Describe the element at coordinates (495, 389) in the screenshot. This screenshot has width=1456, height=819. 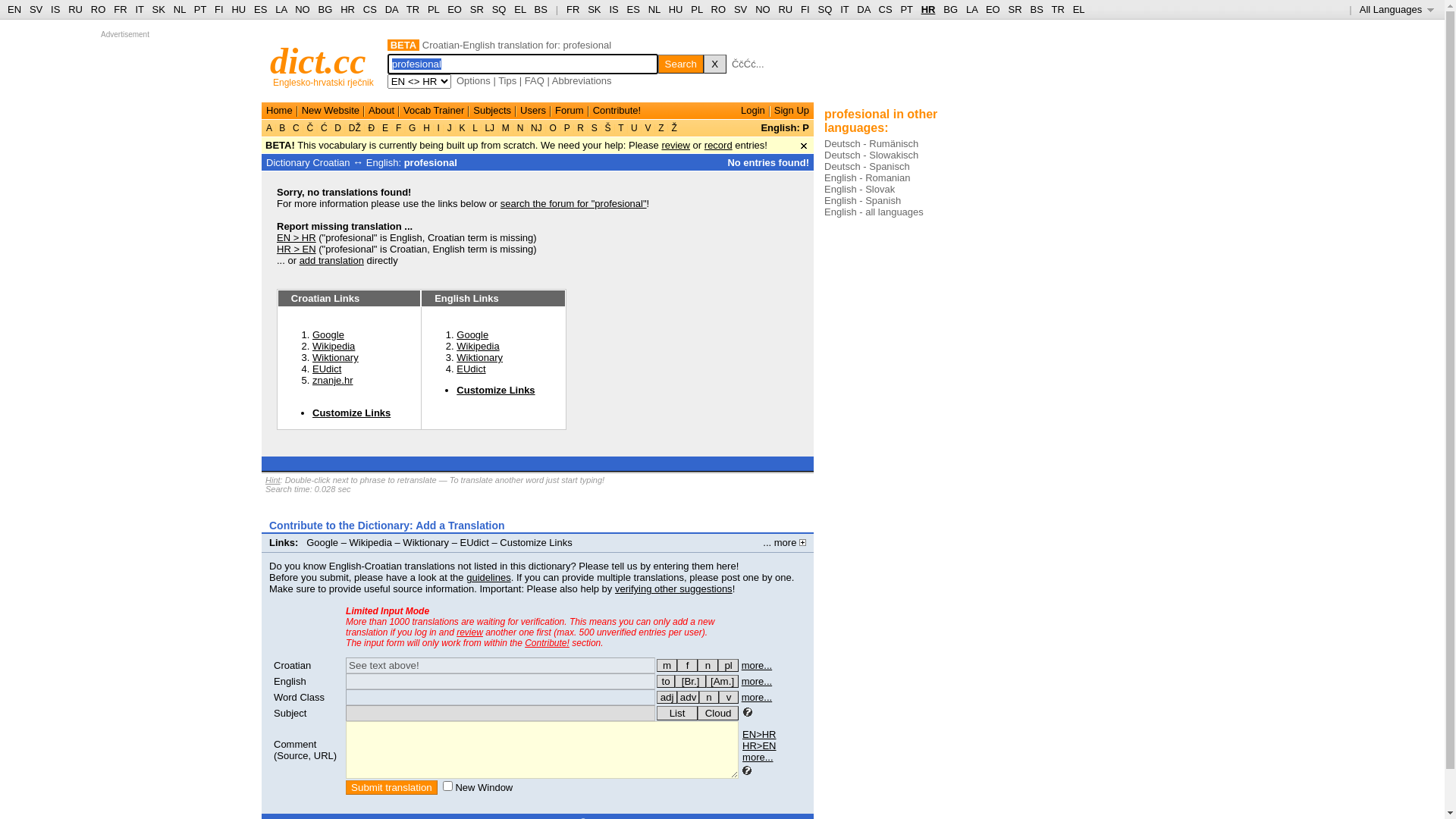
I see `'Customize Links'` at that location.